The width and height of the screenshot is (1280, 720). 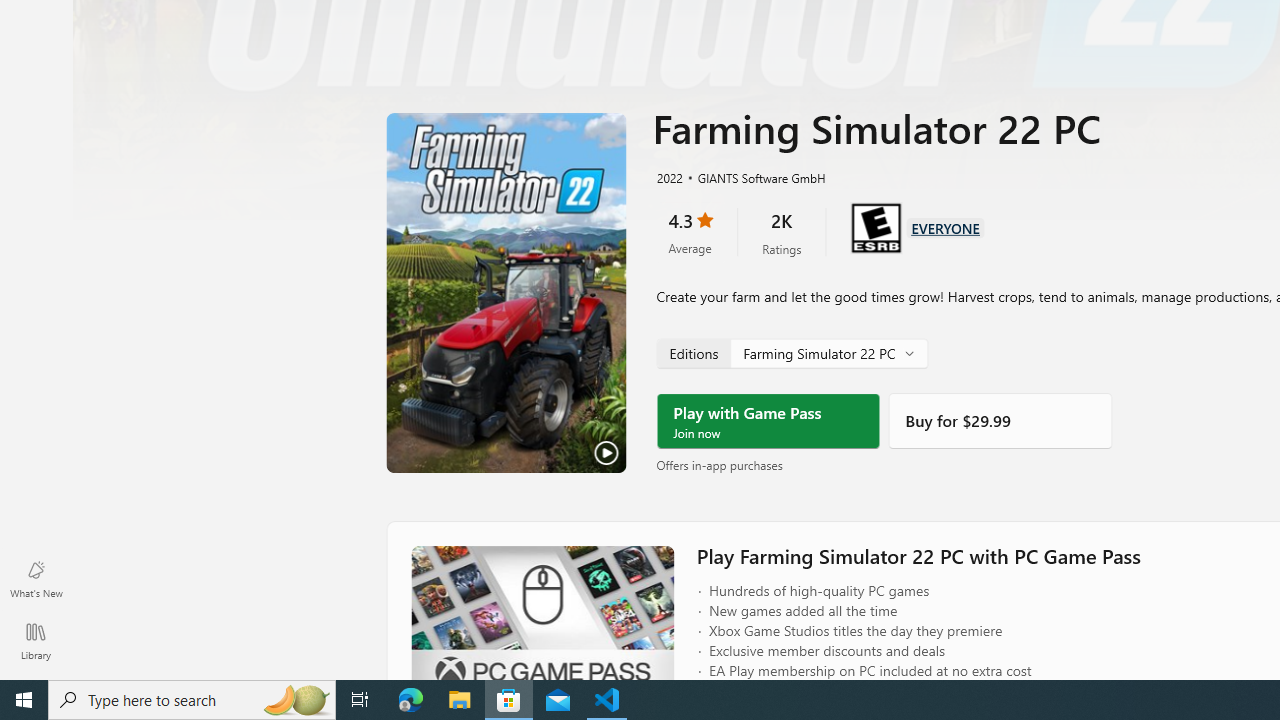 What do you see at coordinates (944, 225) in the screenshot?
I see `'Age rating: EVERYONE. Click for more information.'` at bounding box center [944, 225].